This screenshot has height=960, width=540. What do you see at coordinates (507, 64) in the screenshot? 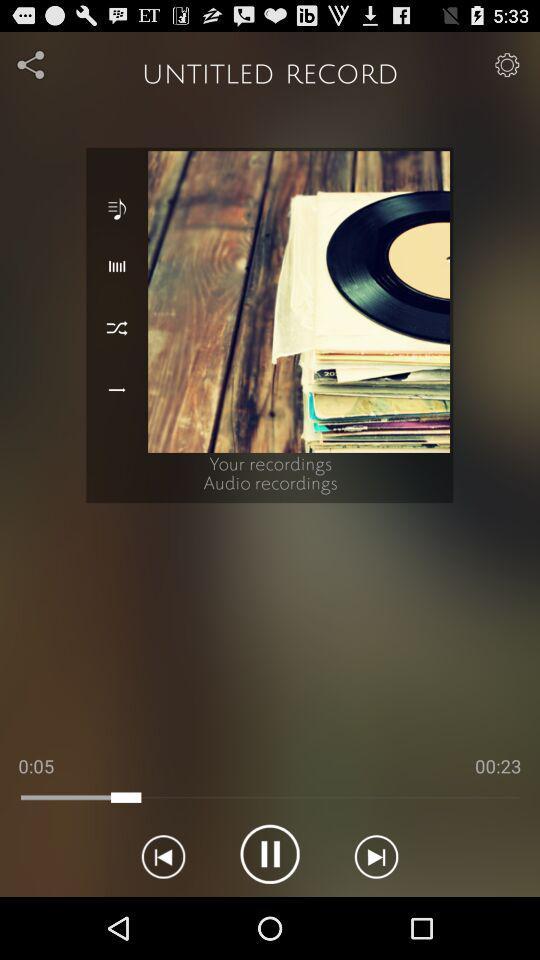
I see `settings` at bounding box center [507, 64].